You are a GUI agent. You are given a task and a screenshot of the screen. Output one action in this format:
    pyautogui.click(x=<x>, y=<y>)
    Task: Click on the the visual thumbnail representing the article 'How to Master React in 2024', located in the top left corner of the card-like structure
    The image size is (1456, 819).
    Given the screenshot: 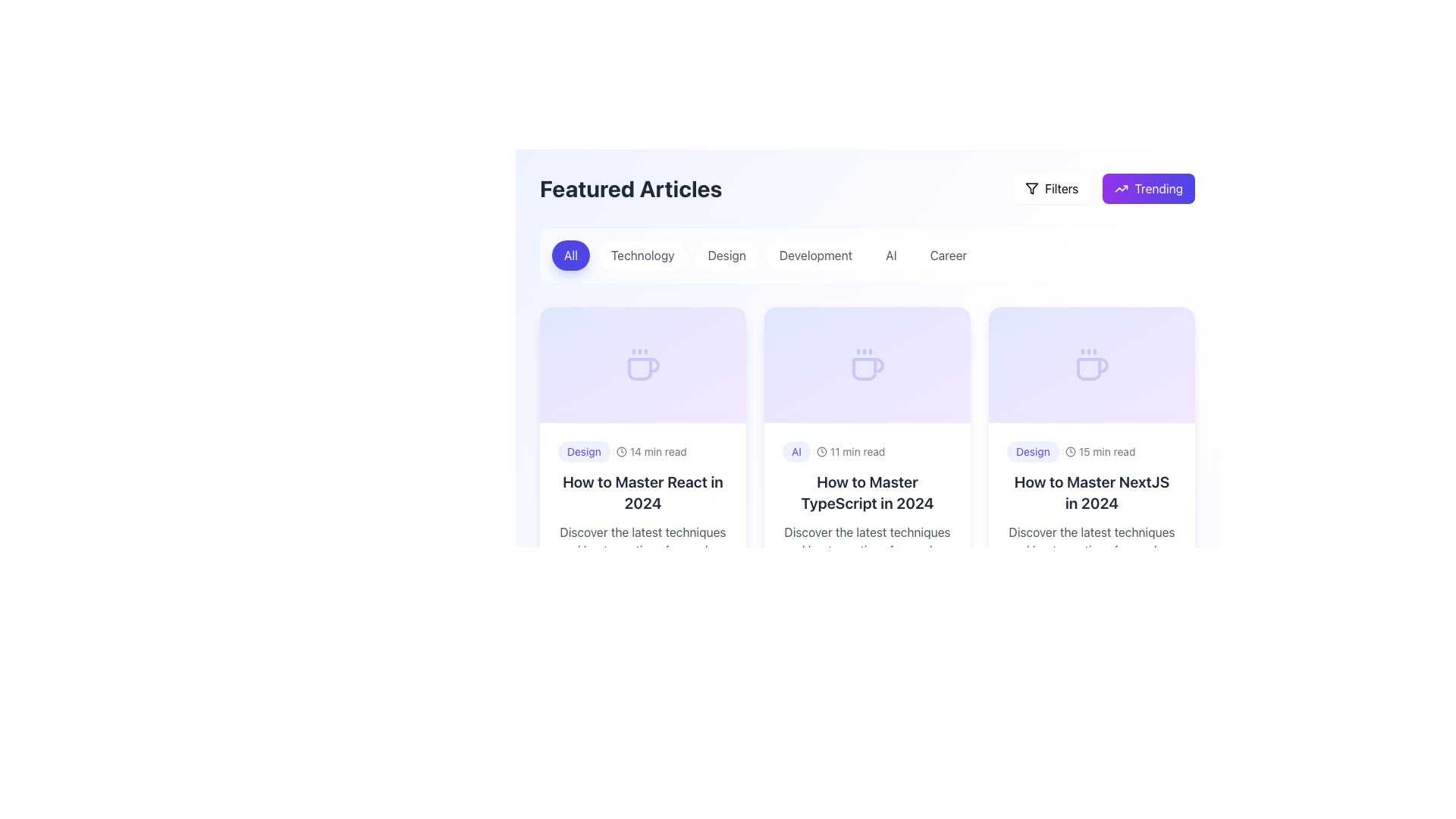 What is the action you would take?
    pyautogui.click(x=643, y=365)
    